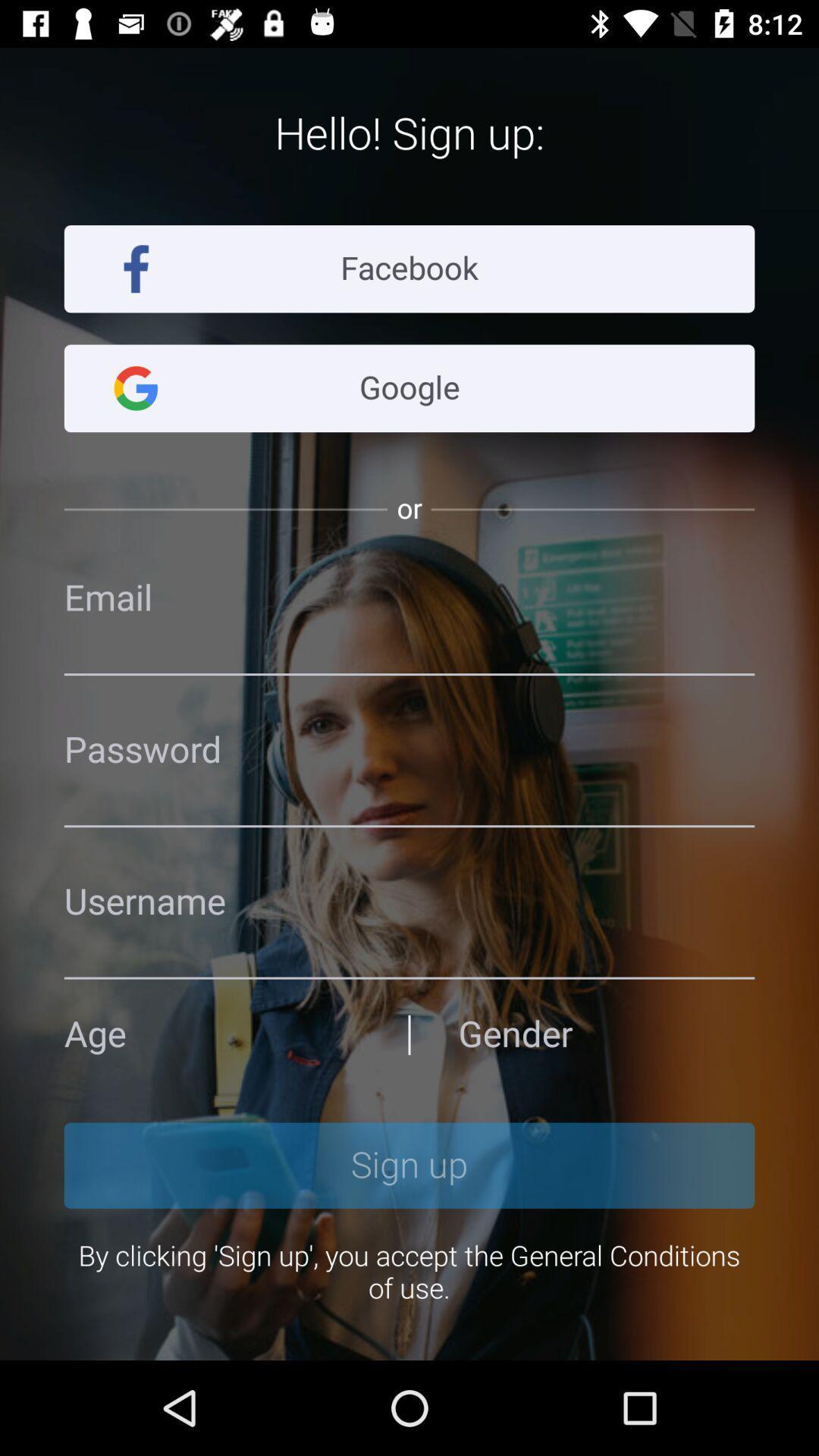  What do you see at coordinates (409, 598) in the screenshot?
I see `address page` at bounding box center [409, 598].